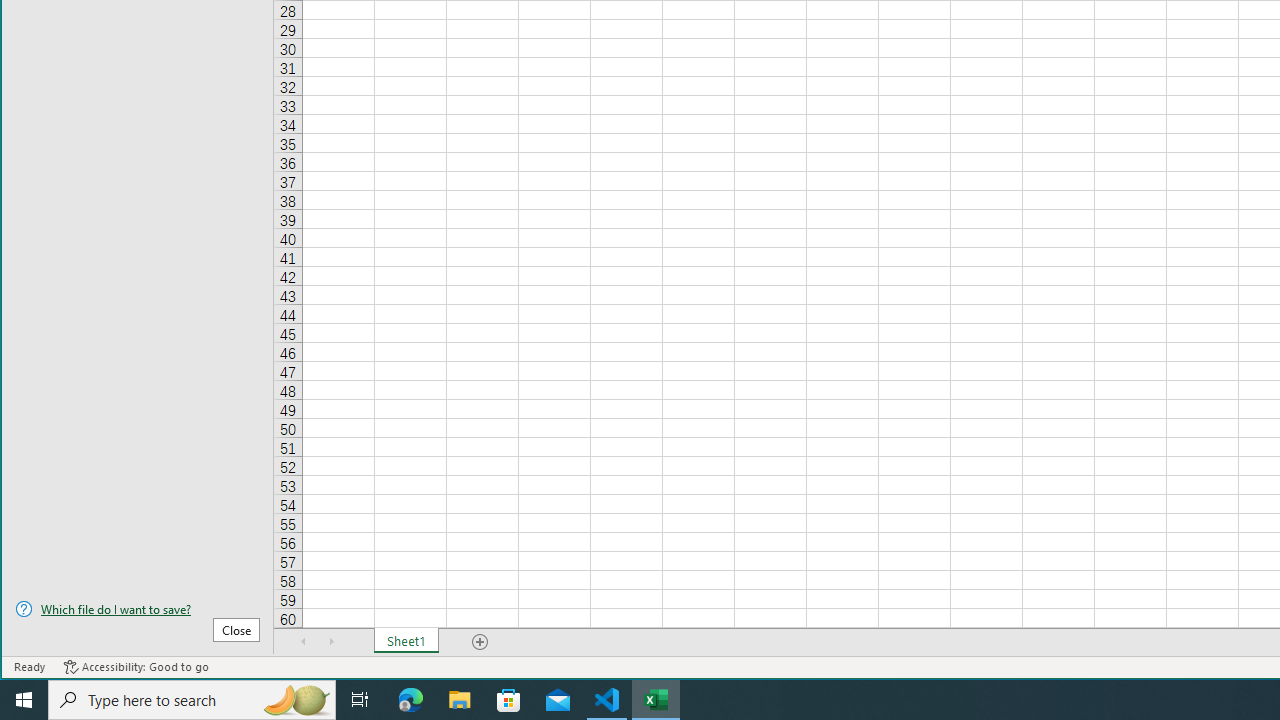 The image size is (1280, 720). Describe the element at coordinates (459, 698) in the screenshot. I see `'File Explorer'` at that location.